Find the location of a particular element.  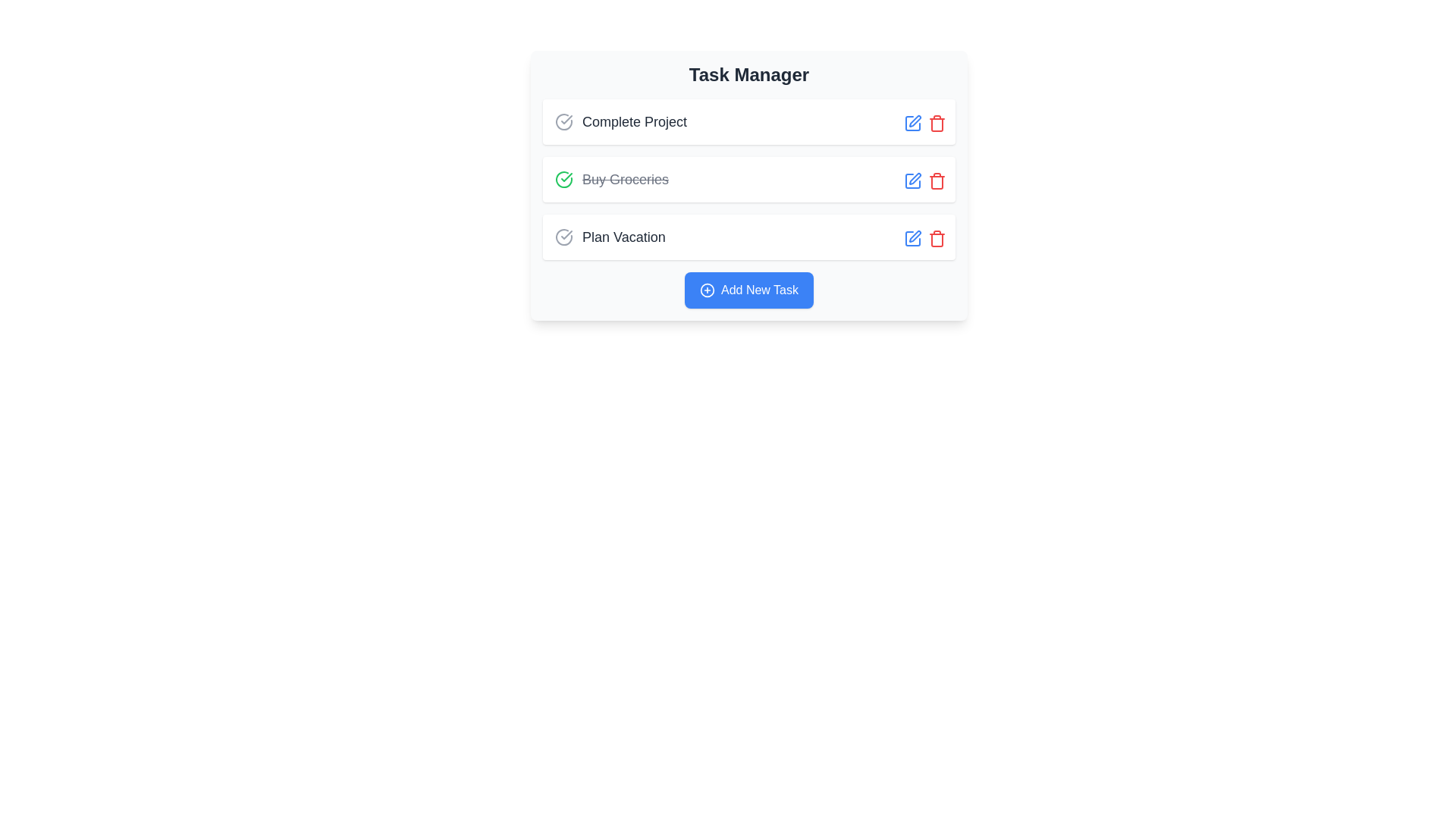

the text label displaying 'Plan Vacation', which is the third item in the task list under 'Task Manager' is located at coordinates (623, 237).